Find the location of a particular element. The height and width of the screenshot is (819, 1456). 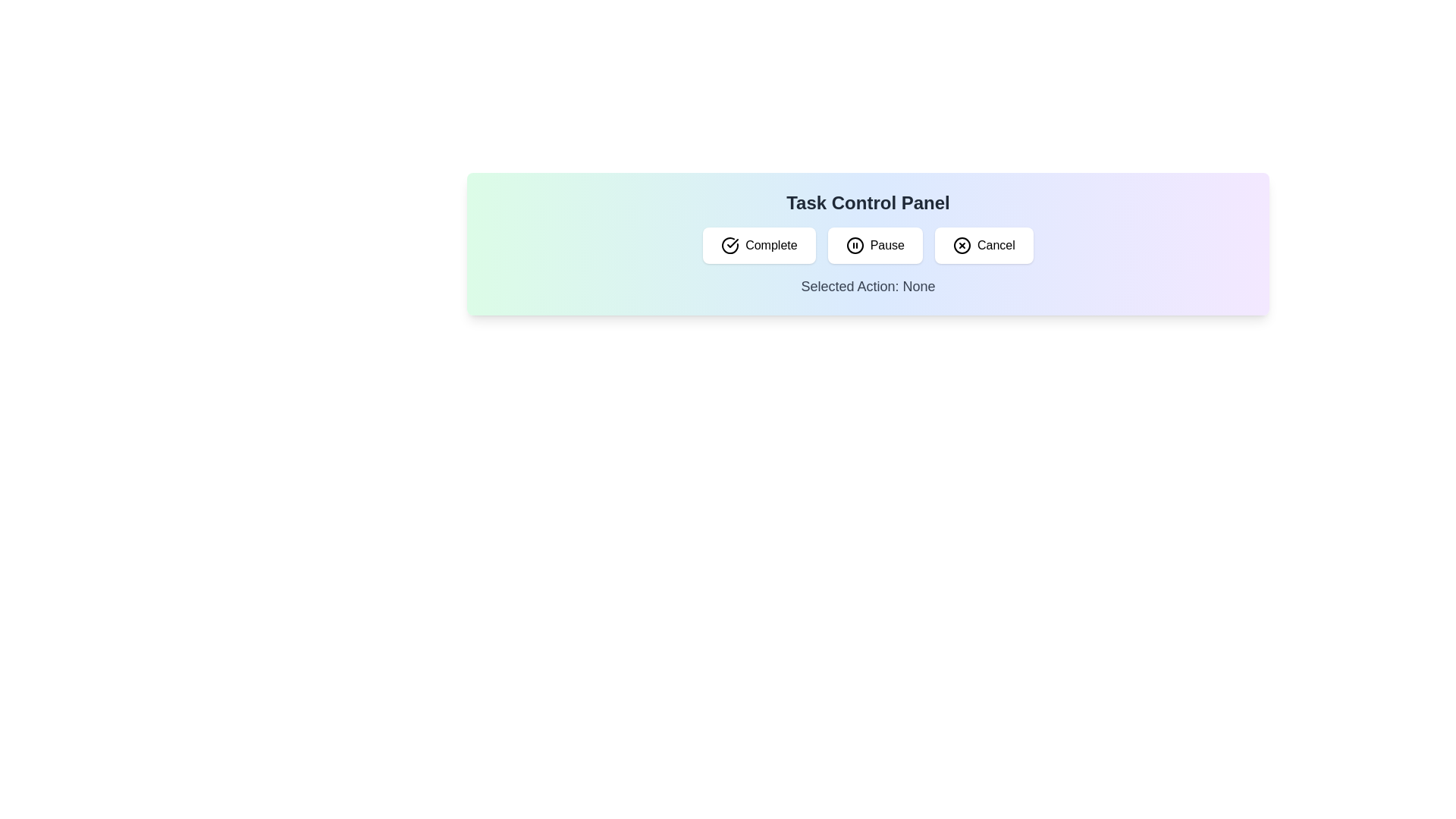

the 'Cancel' button with a white background, rounded corners, and a cross icon is located at coordinates (984, 245).